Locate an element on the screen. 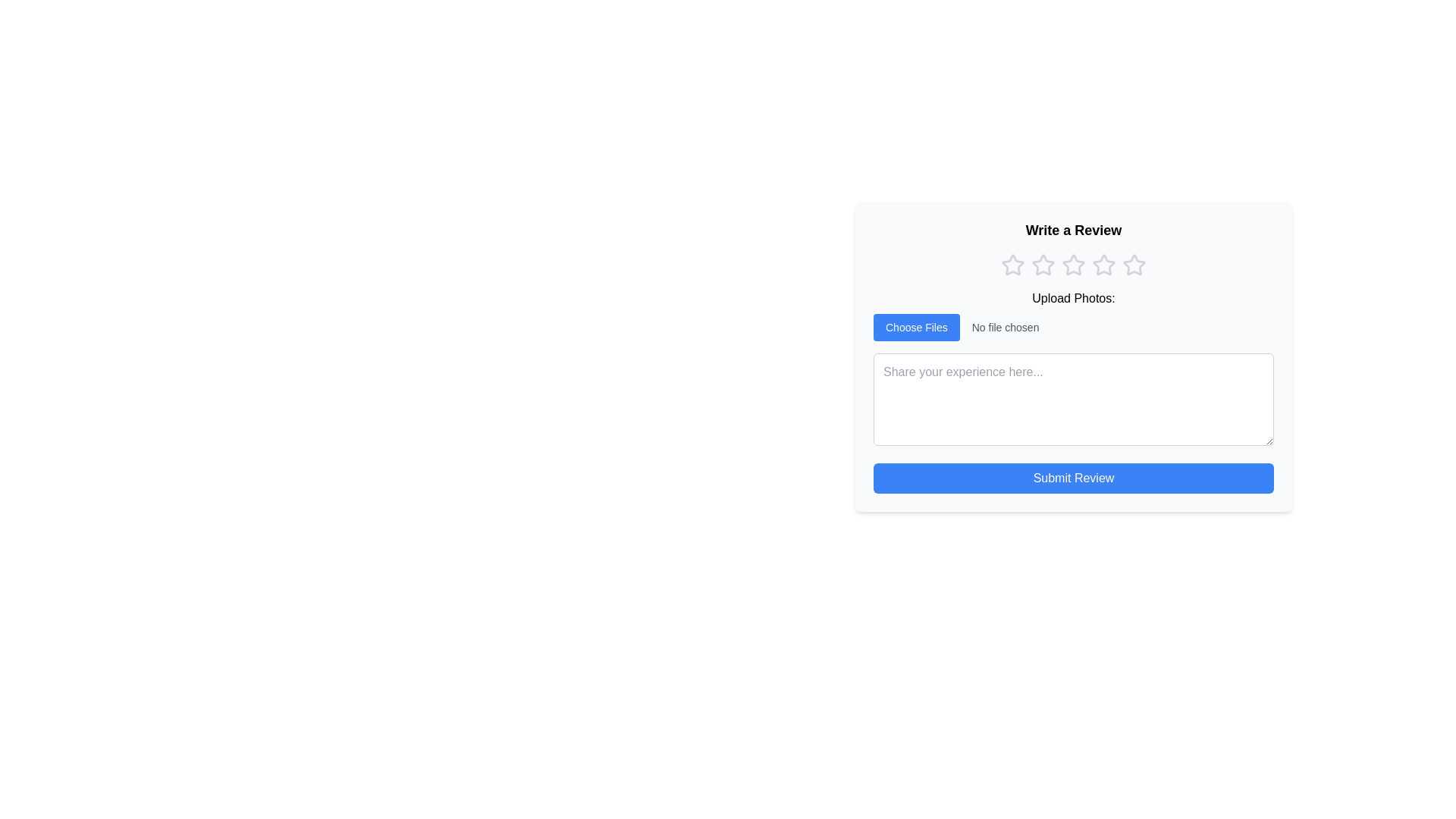 This screenshot has width=1456, height=819. the first outlined star icon is located at coordinates (1041, 263).